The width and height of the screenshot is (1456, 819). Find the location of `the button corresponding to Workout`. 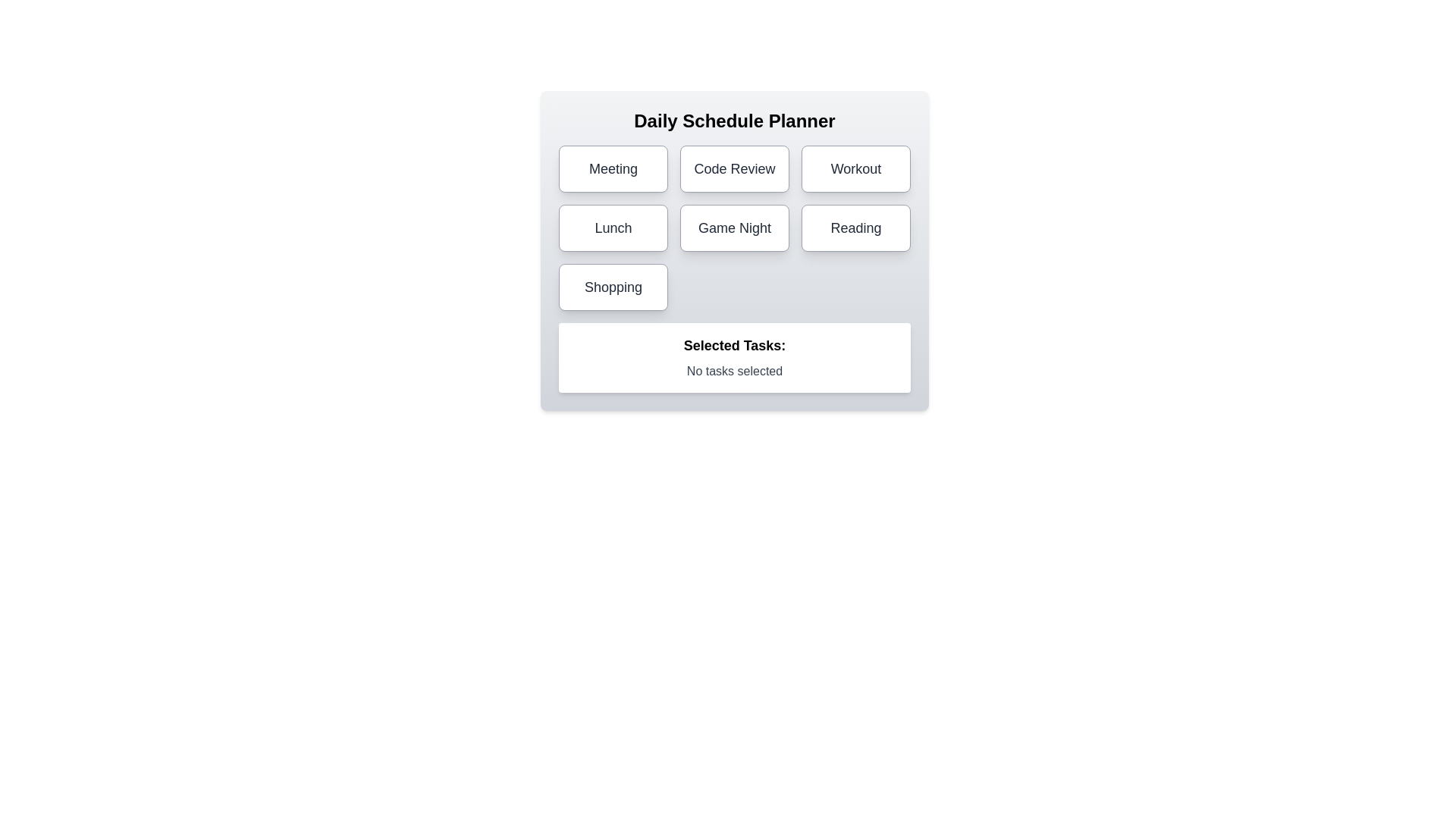

the button corresponding to Workout is located at coordinates (855, 169).